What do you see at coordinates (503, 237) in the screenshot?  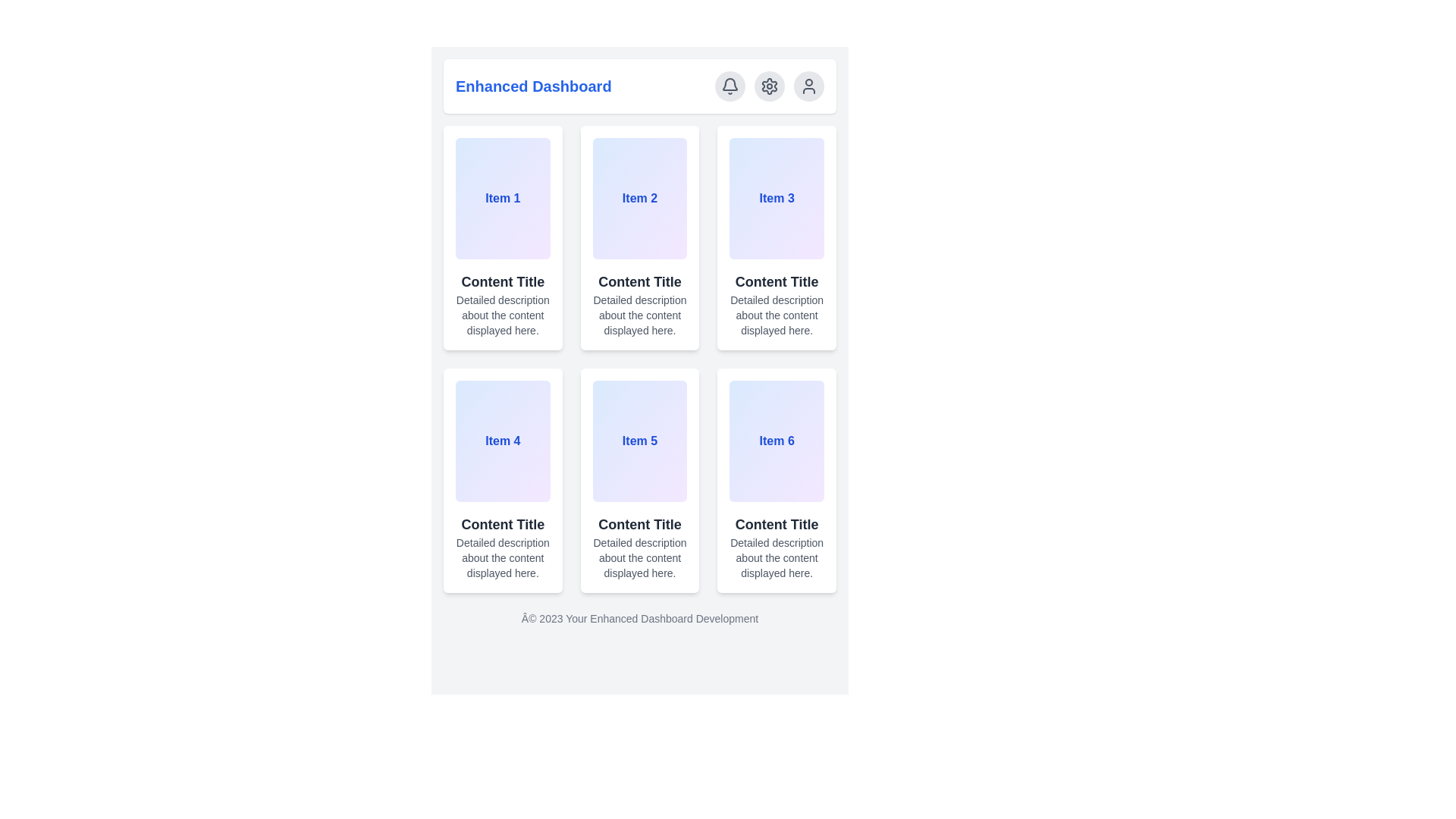 I see `the first card in the grid layout under the title 'Enhanced Dashboard', which provides an overview of a specific item` at bounding box center [503, 237].